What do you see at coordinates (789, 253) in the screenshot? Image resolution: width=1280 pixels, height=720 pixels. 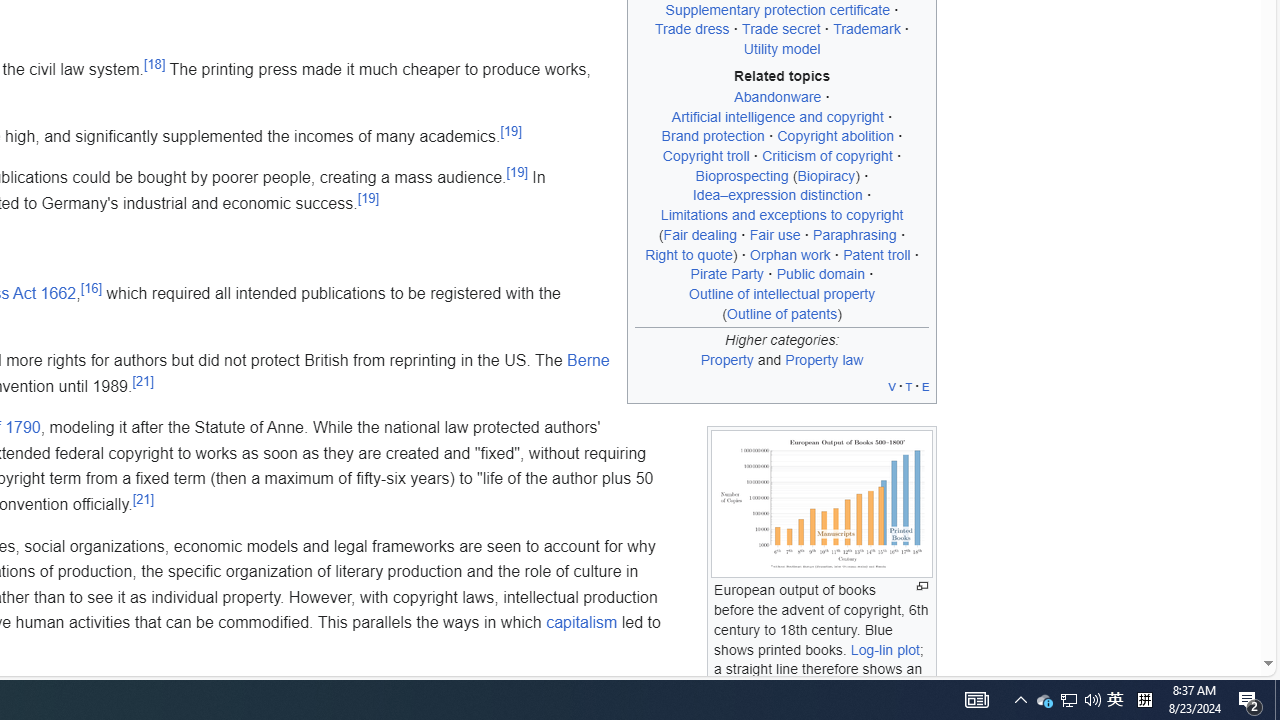 I see `'Orphan work'` at bounding box center [789, 253].